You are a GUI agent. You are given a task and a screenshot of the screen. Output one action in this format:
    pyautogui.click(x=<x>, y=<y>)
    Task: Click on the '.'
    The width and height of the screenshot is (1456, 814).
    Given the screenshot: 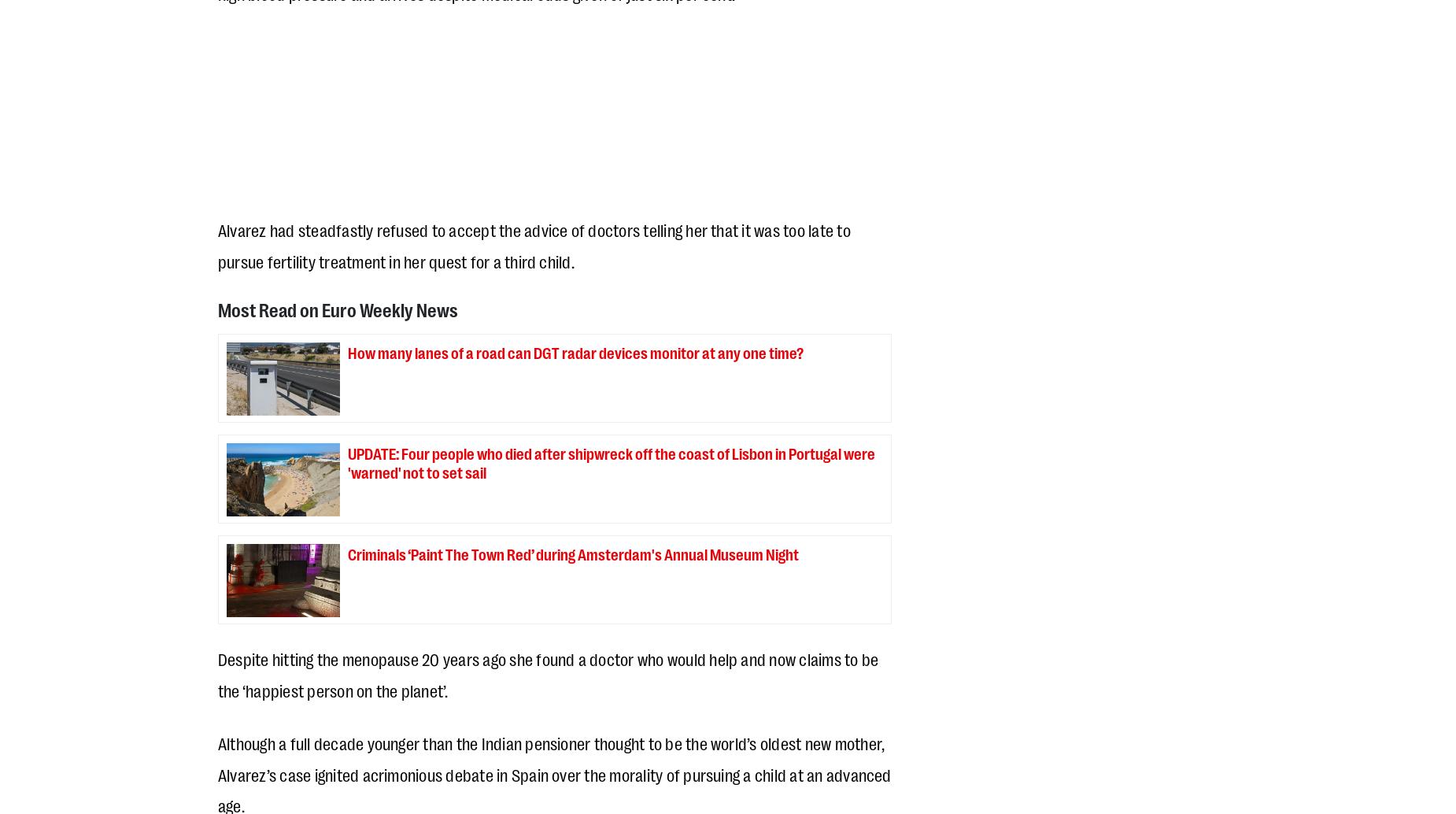 What is the action you would take?
    pyautogui.click(x=491, y=703)
    